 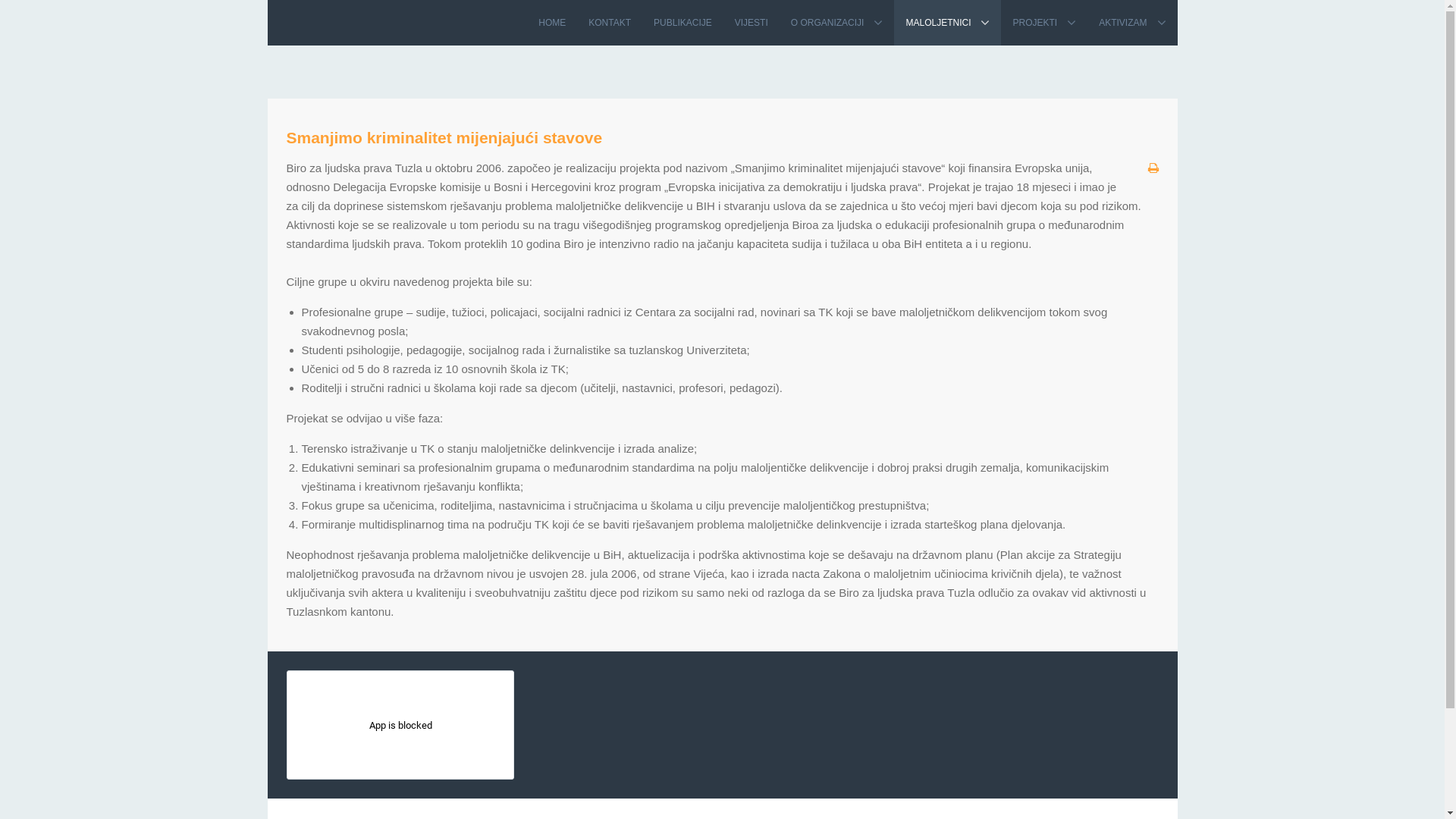 I want to click on 'HOME', so click(x=551, y=23).